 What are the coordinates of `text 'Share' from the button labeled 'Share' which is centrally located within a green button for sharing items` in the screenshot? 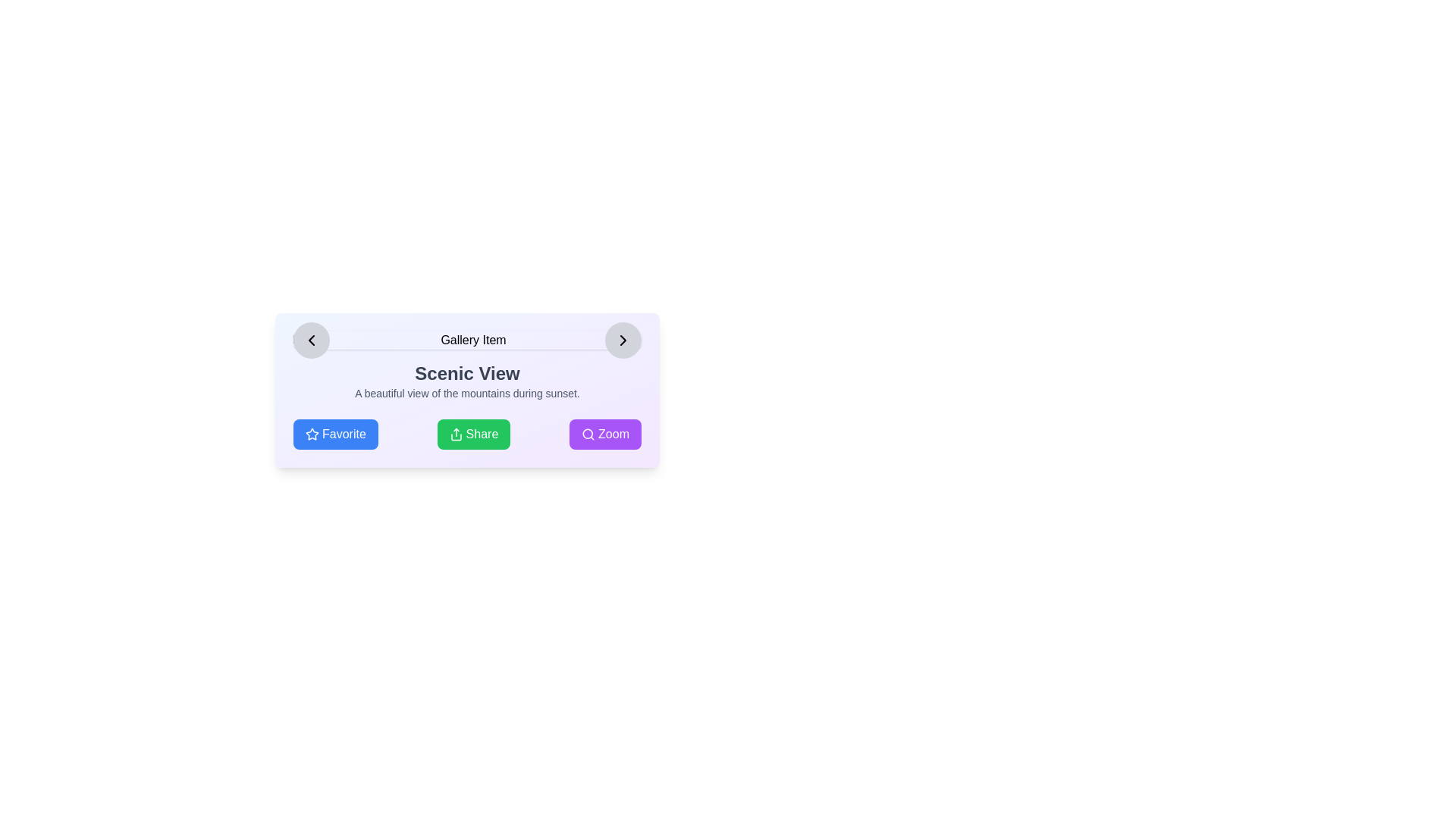 It's located at (481, 435).